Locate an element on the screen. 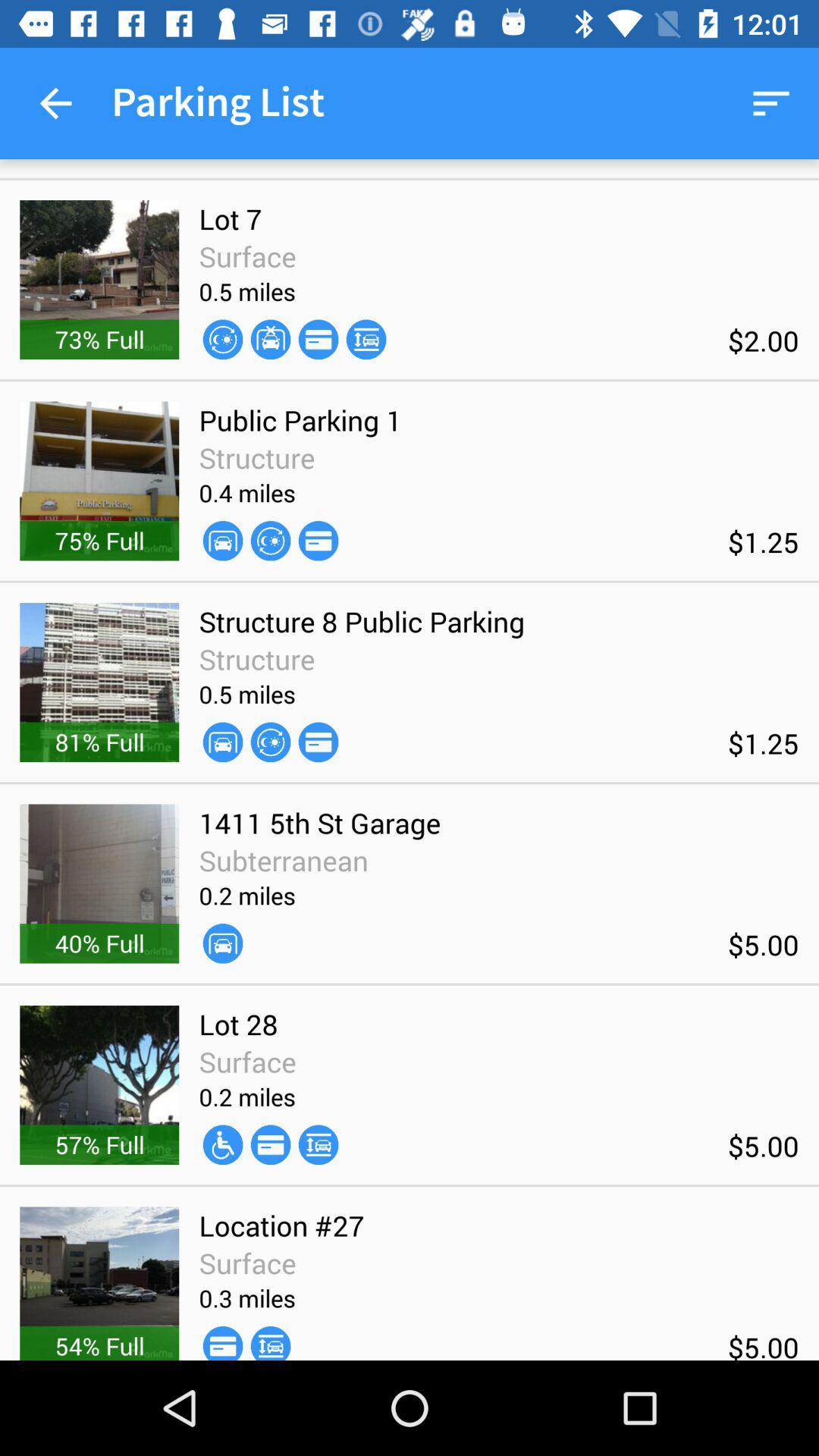 This screenshot has height=1456, width=819. icon below the 0.2 miles icon is located at coordinates (222, 1144).